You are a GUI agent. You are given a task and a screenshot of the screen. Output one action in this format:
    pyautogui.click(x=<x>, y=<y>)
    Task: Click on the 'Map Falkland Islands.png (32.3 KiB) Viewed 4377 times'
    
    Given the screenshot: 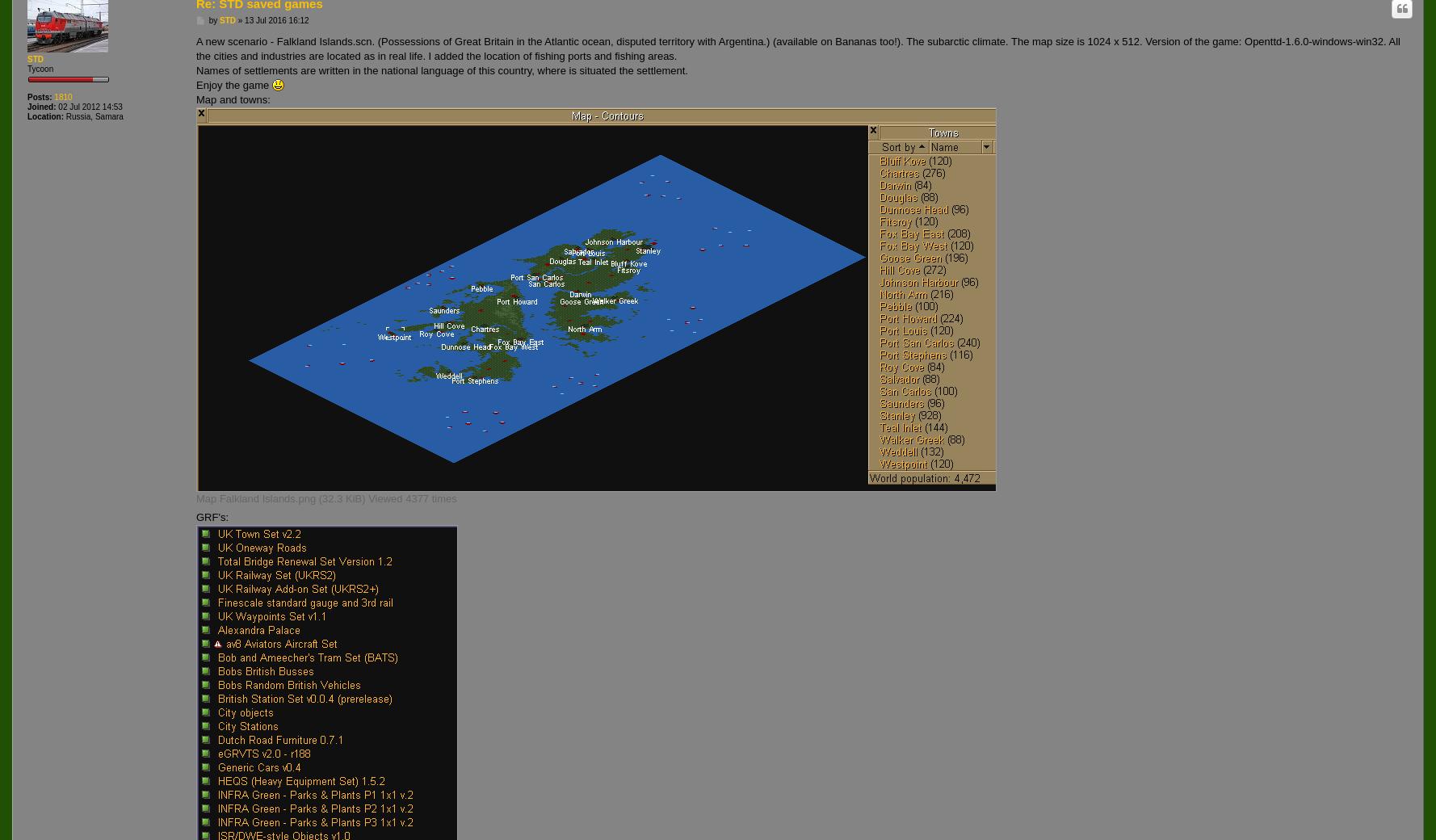 What is the action you would take?
    pyautogui.click(x=325, y=498)
    